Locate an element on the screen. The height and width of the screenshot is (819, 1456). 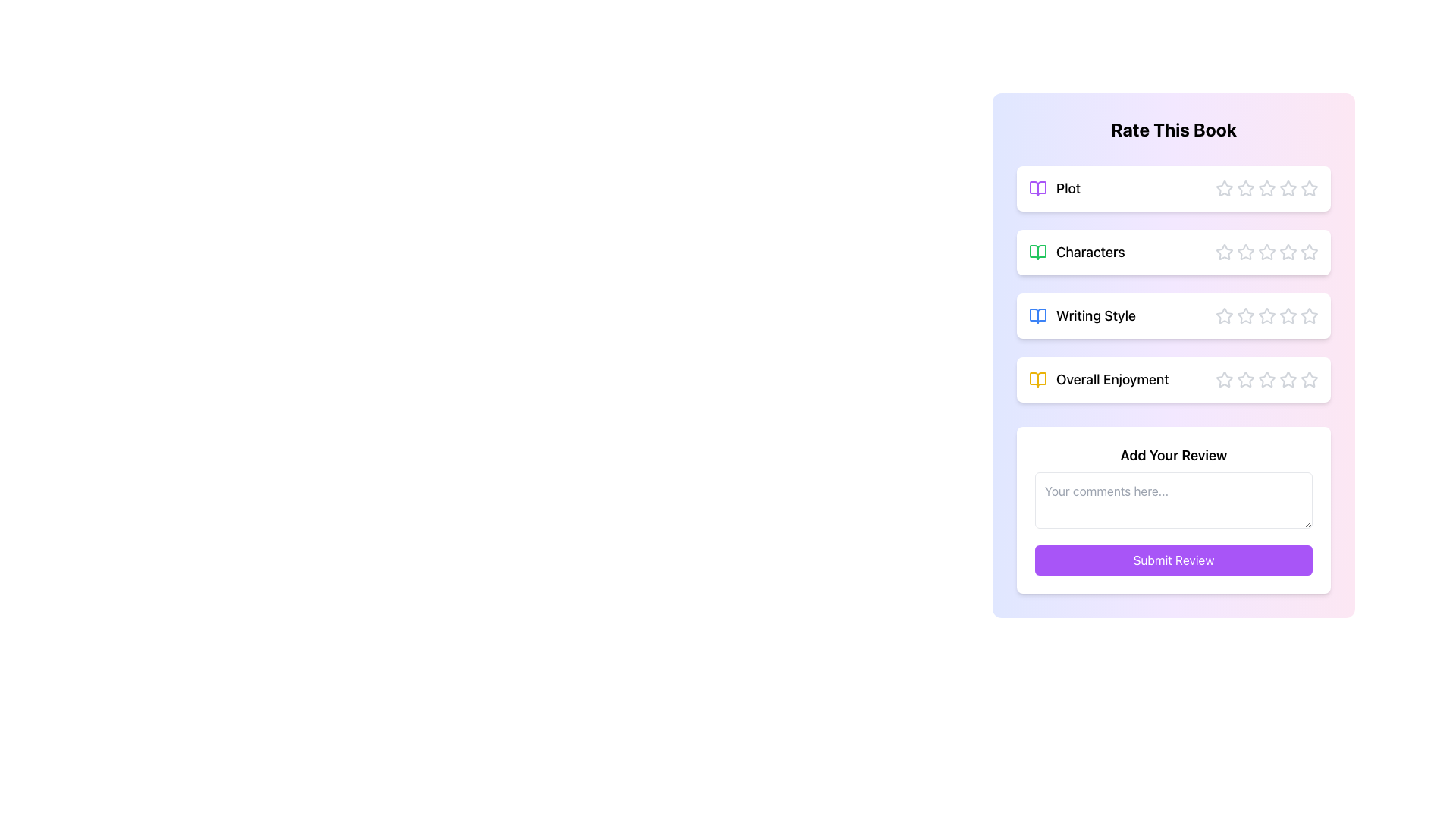
the 'Overall Enjoyment' label that describes the category for rating a book, which is located between the 'Writing Style' row and the star rating controls is located at coordinates (1099, 379).